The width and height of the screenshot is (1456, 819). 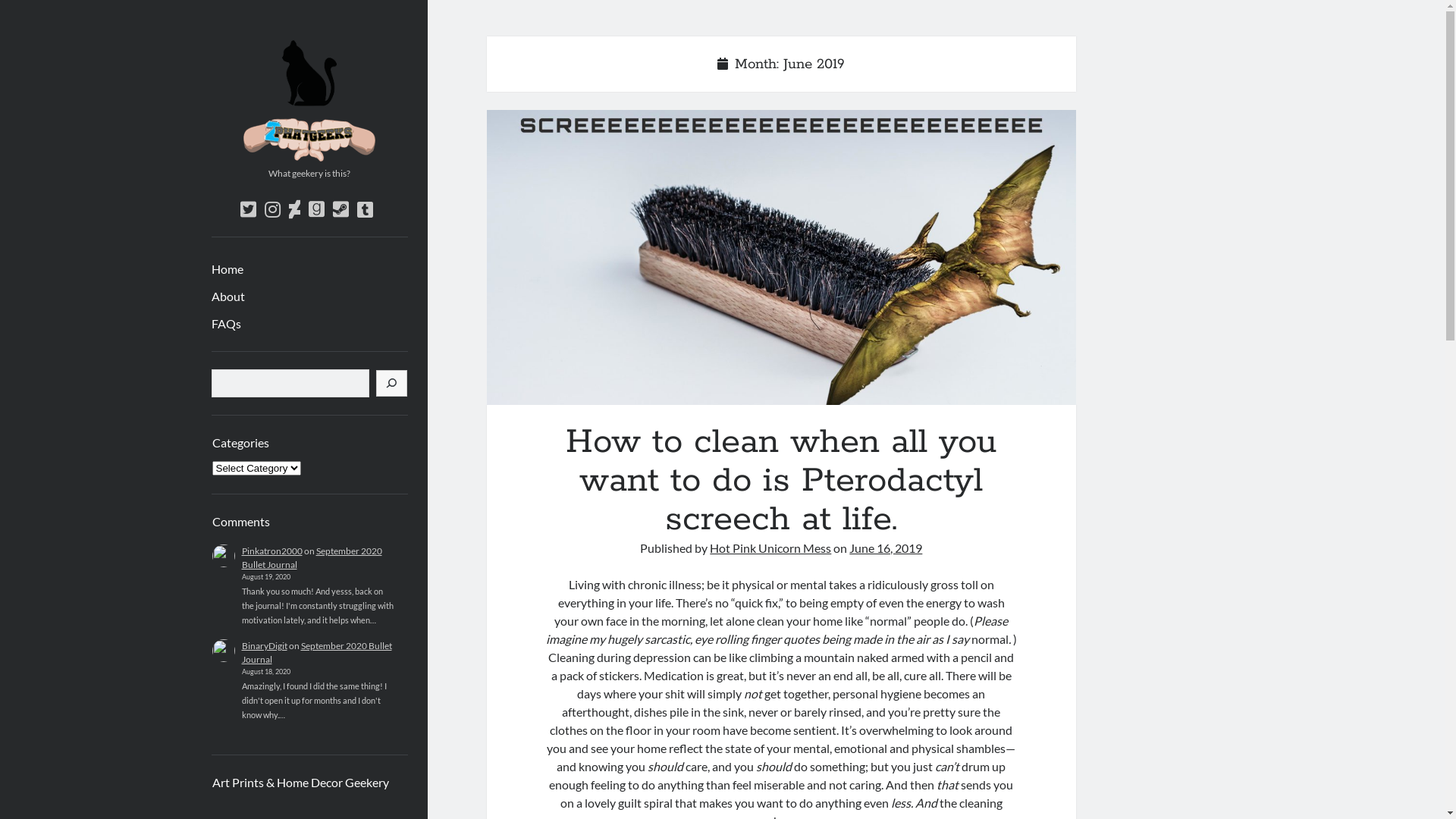 I want to click on 'goodreads', so click(x=307, y=209).